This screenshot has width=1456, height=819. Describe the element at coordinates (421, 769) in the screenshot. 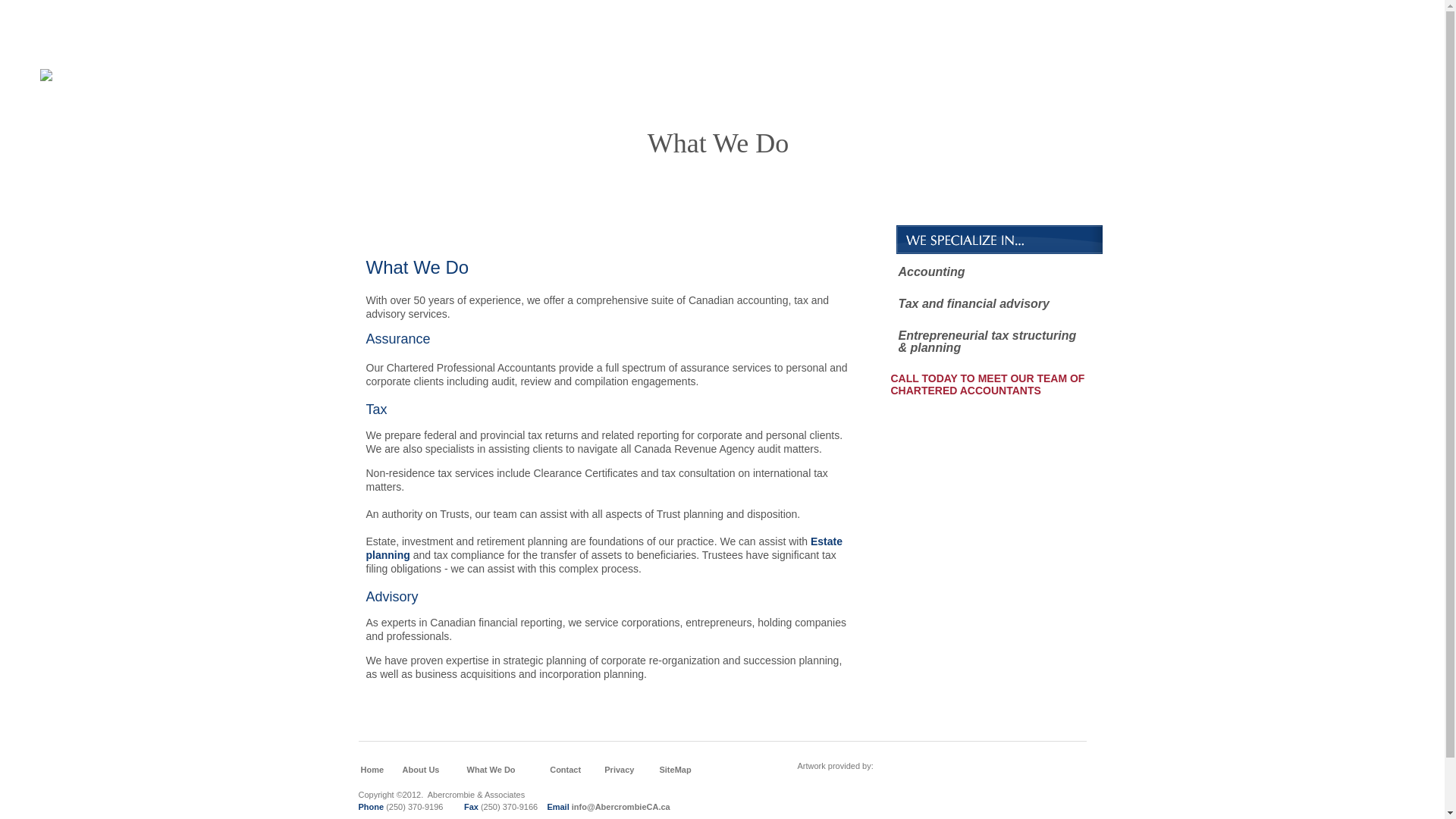

I see `'About Us'` at that location.